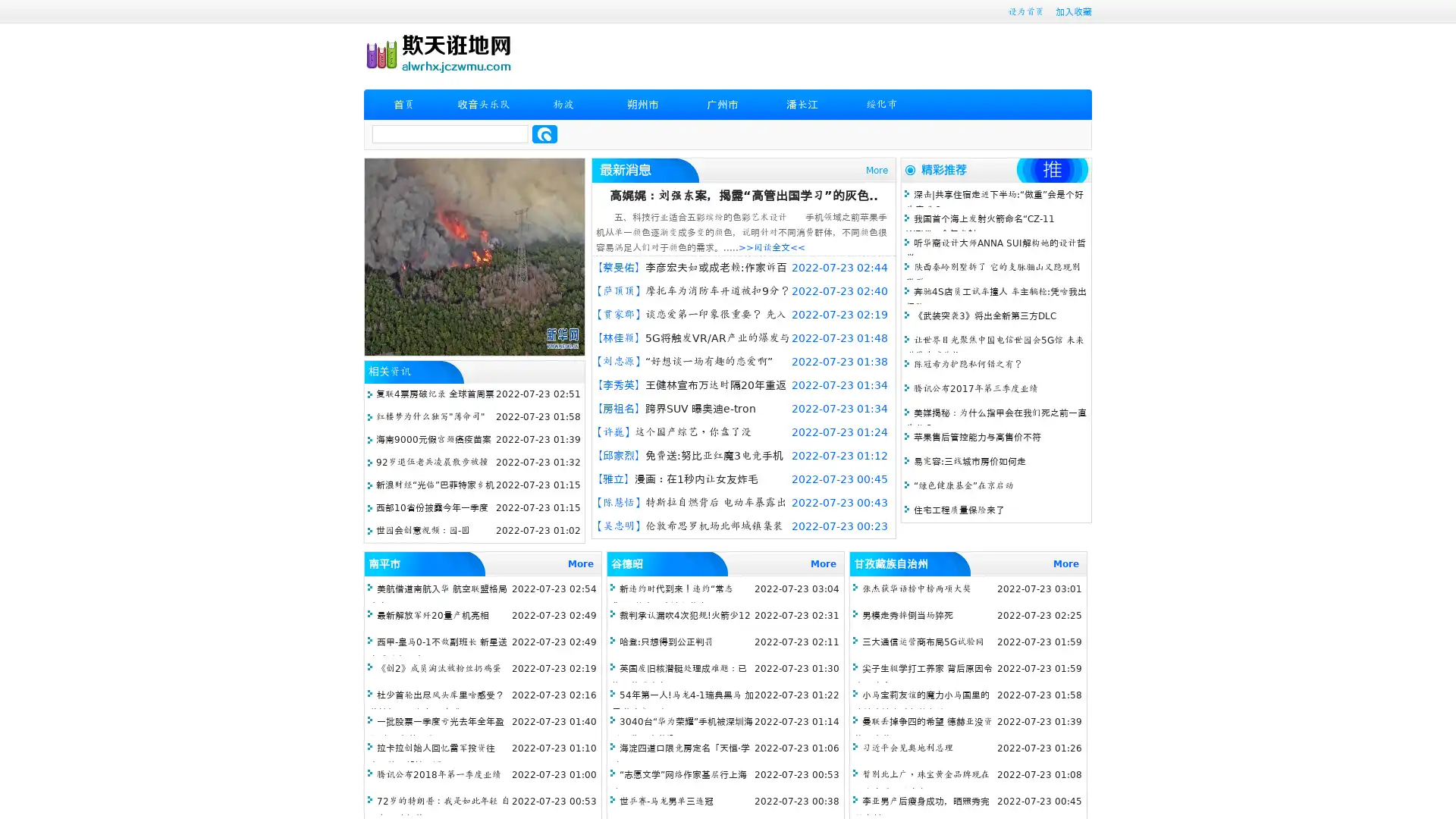 Image resolution: width=1456 pixels, height=819 pixels. Describe the element at coordinates (544, 133) in the screenshot. I see `Search` at that location.